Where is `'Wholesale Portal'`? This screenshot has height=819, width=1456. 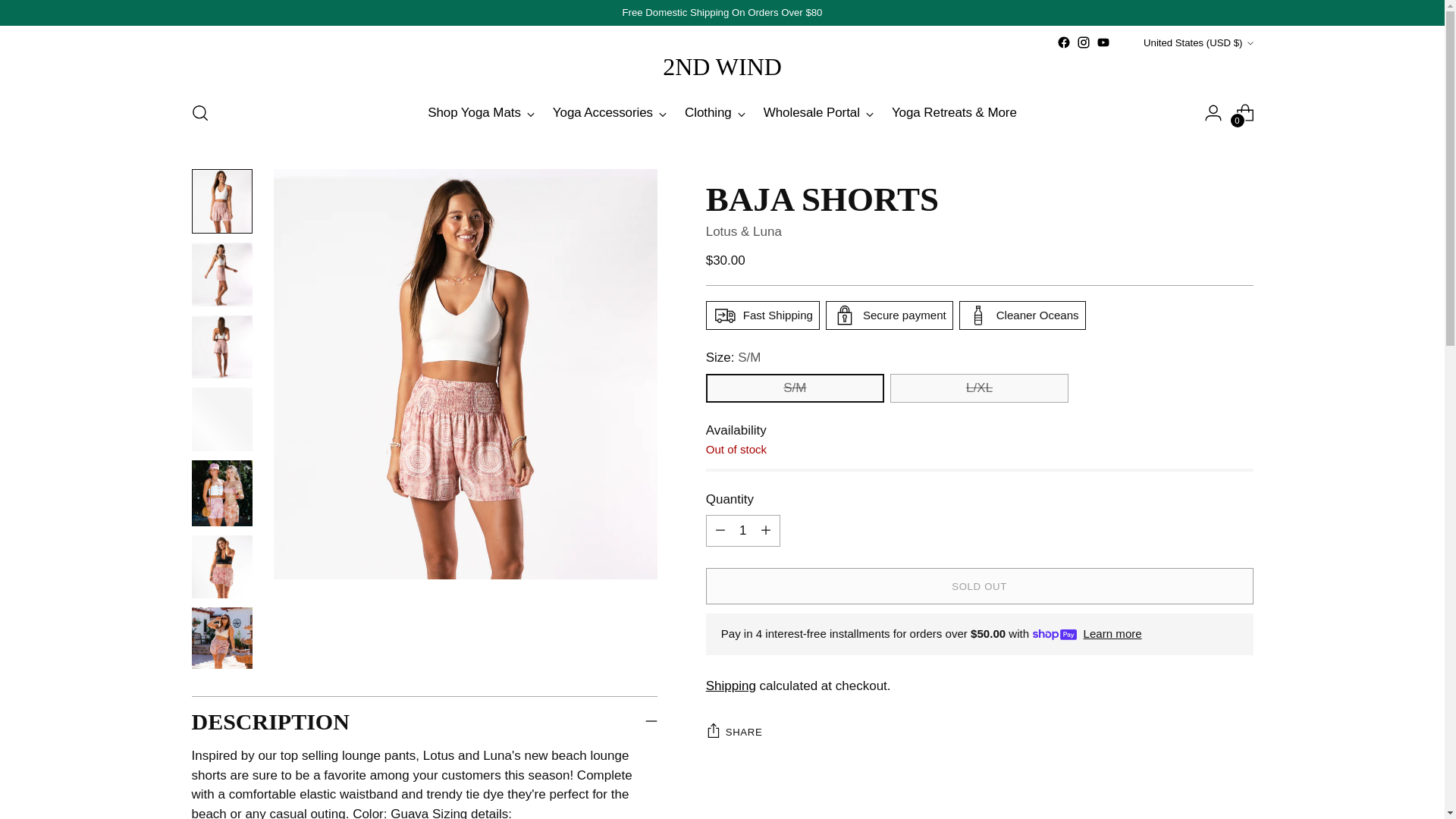 'Wholesale Portal' is located at coordinates (817, 112).